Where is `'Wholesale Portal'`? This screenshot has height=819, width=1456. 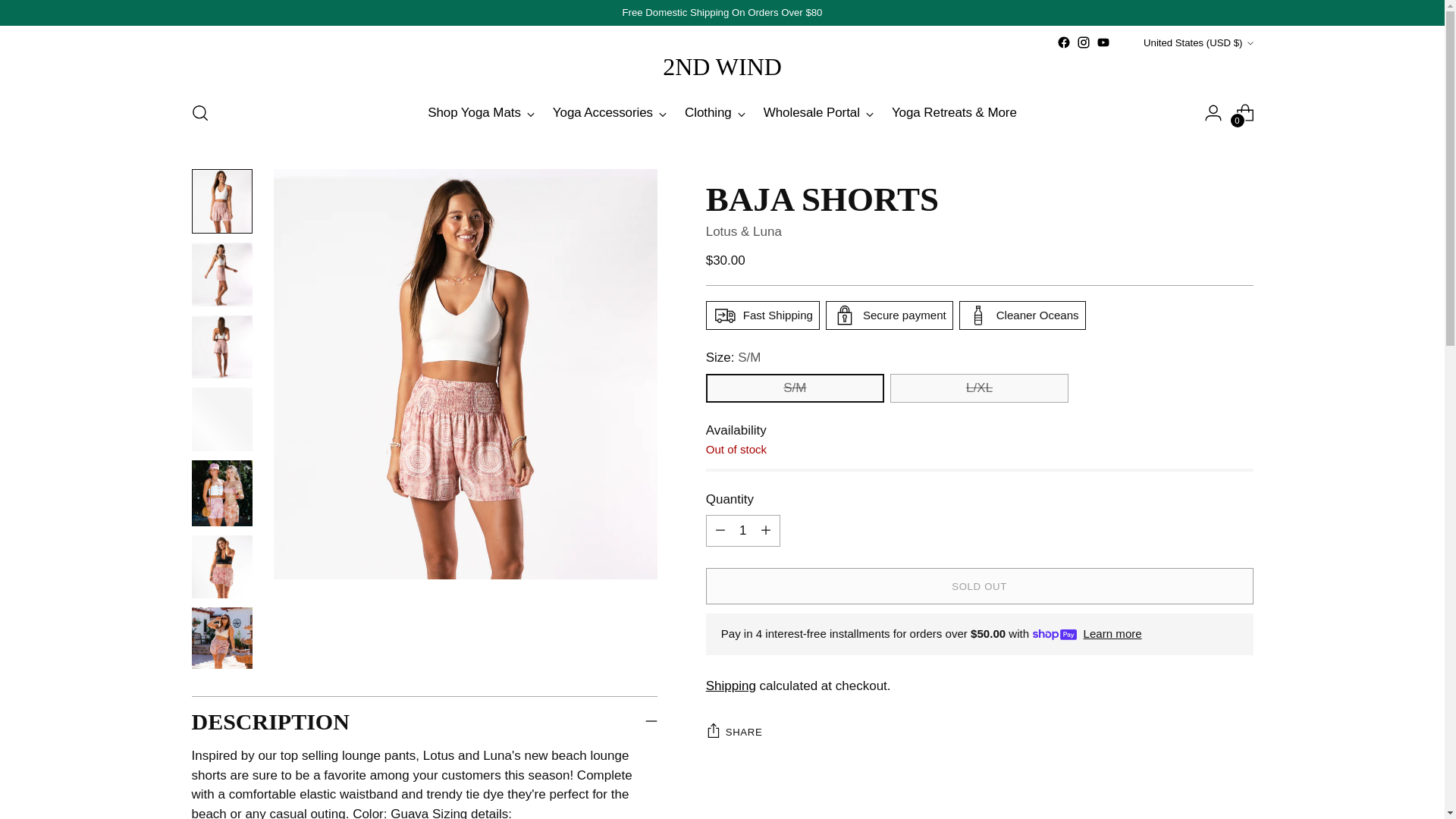 'Wholesale Portal' is located at coordinates (817, 112).